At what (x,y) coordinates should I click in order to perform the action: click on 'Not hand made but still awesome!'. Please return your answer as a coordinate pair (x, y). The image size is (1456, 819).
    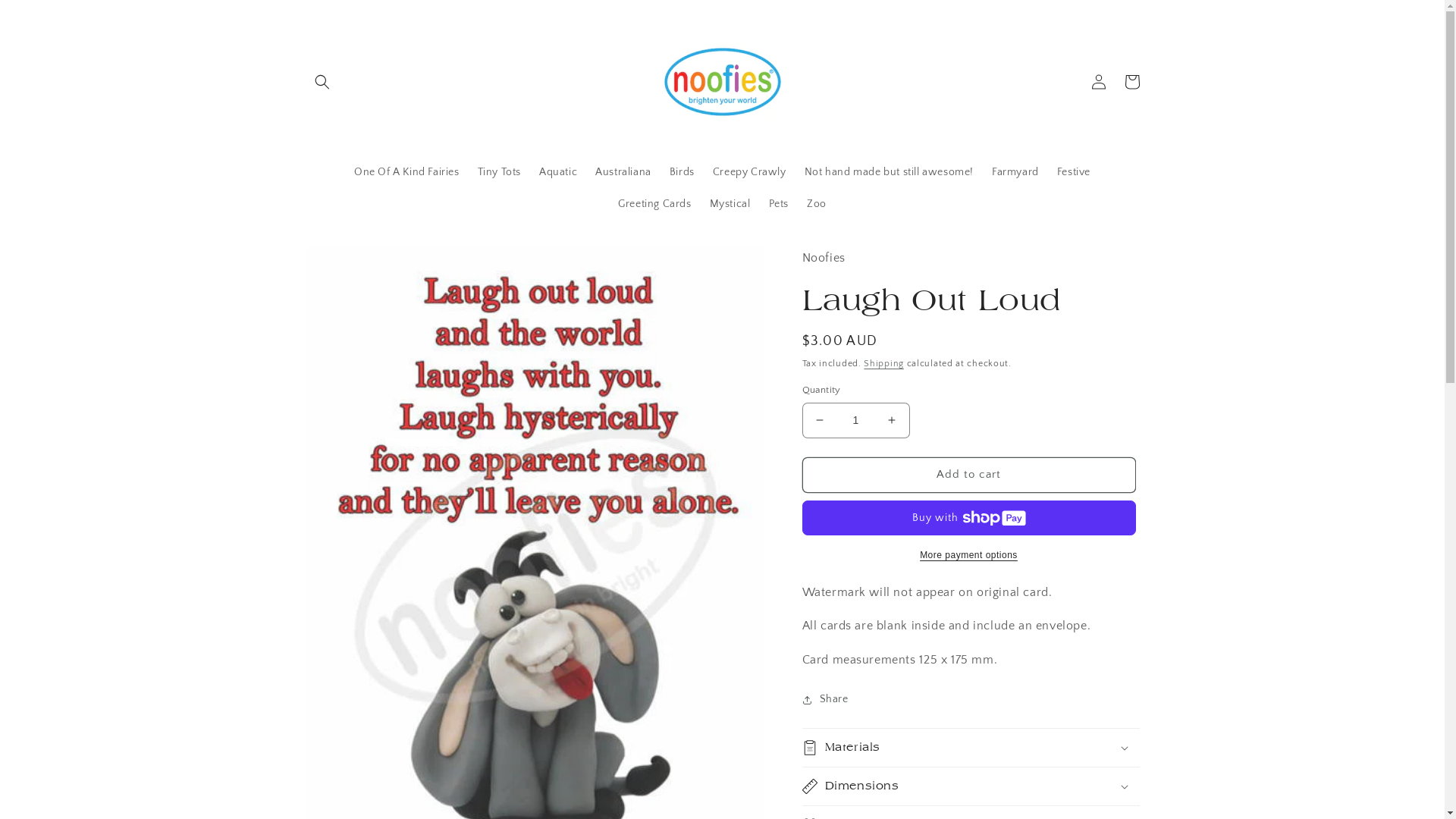
    Looking at the image, I should click on (889, 171).